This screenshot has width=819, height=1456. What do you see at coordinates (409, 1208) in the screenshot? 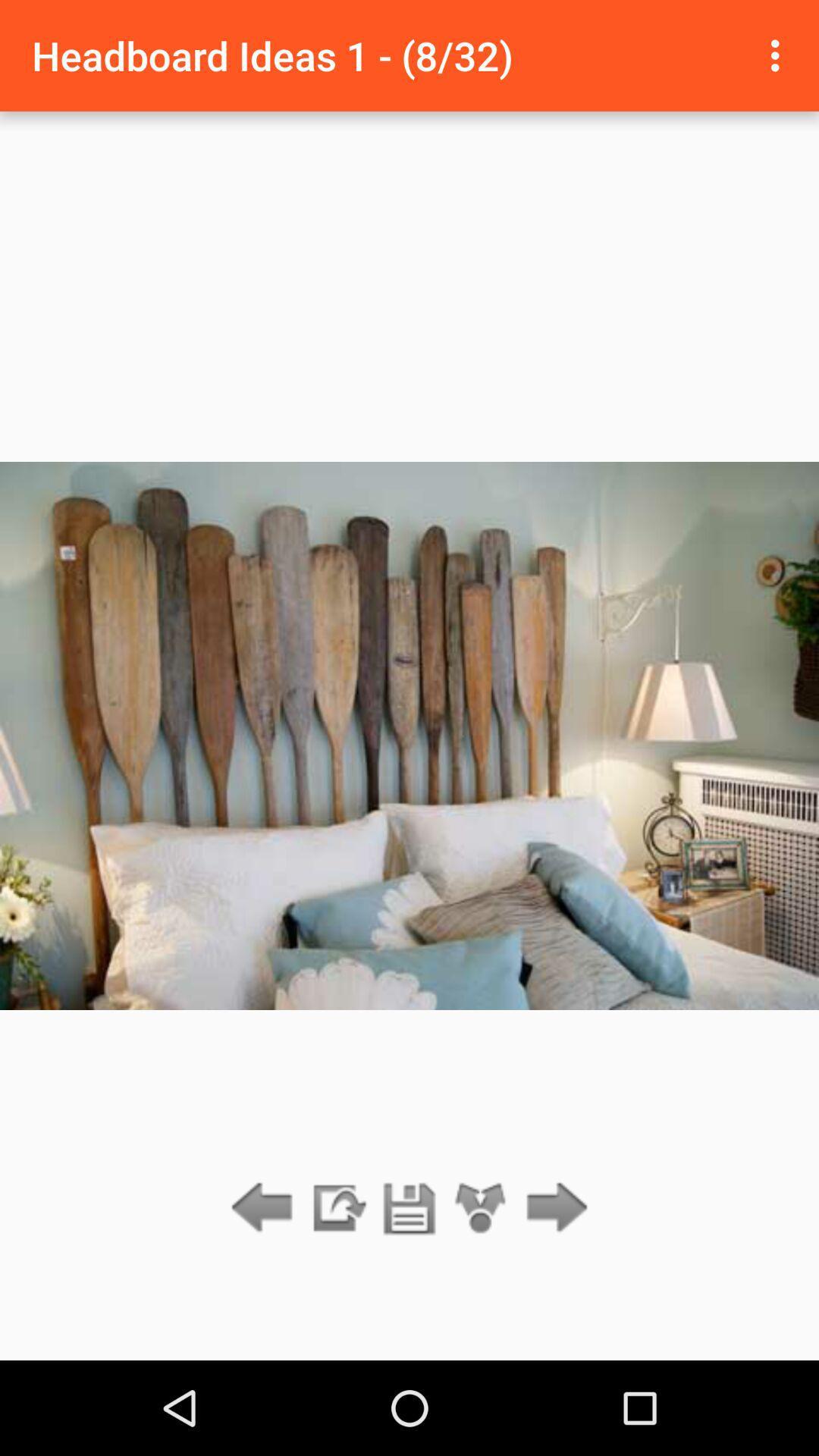
I see `the save icon` at bounding box center [409, 1208].